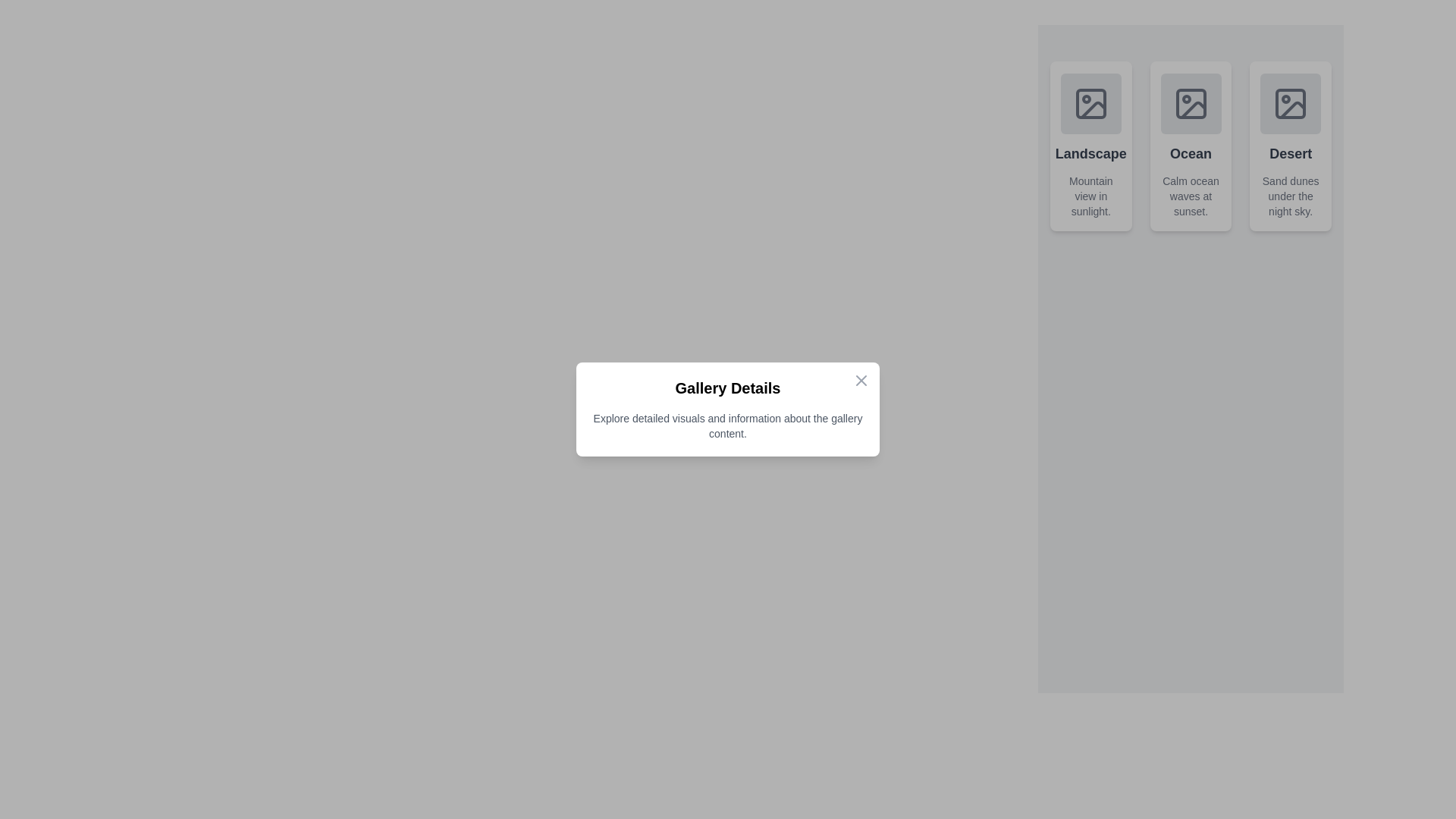  Describe the element at coordinates (1190, 146) in the screenshot. I see `the 'Ocean' theme static display card, which is the second card in a row of three, positioned between the 'Landscape' and 'Desert' cards` at that location.